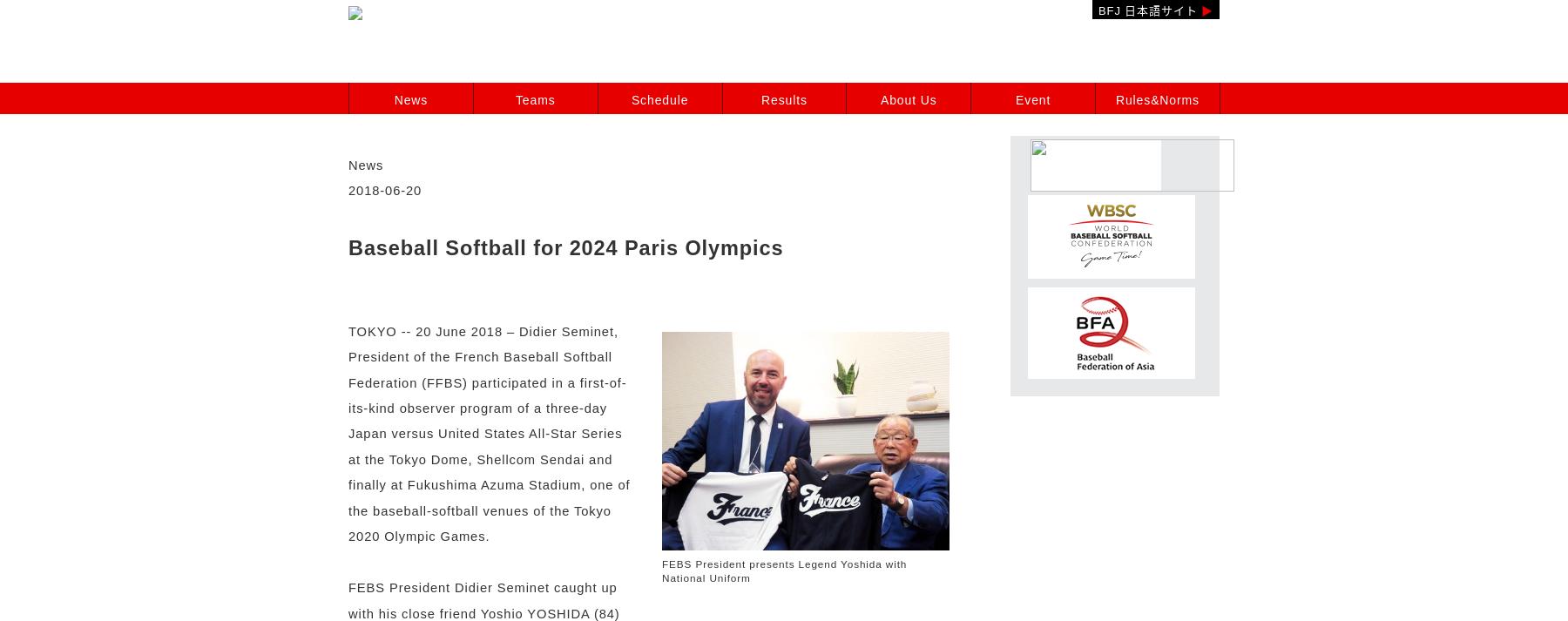  What do you see at coordinates (565, 246) in the screenshot?
I see `'Baseball Softball for 2024 Paris Olympics'` at bounding box center [565, 246].